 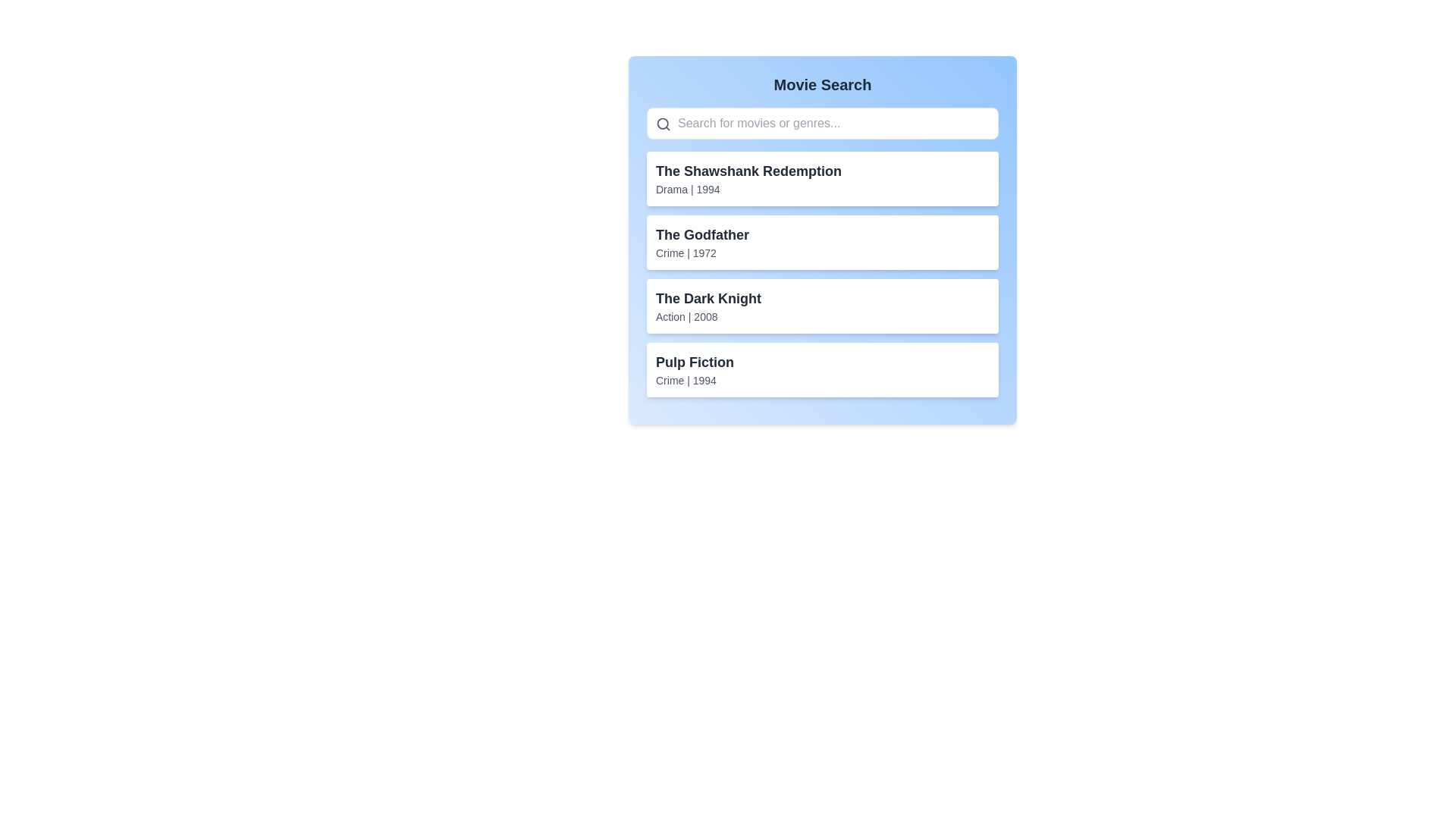 I want to click on the search bar located just below the title 'Movie Search', so click(x=821, y=122).